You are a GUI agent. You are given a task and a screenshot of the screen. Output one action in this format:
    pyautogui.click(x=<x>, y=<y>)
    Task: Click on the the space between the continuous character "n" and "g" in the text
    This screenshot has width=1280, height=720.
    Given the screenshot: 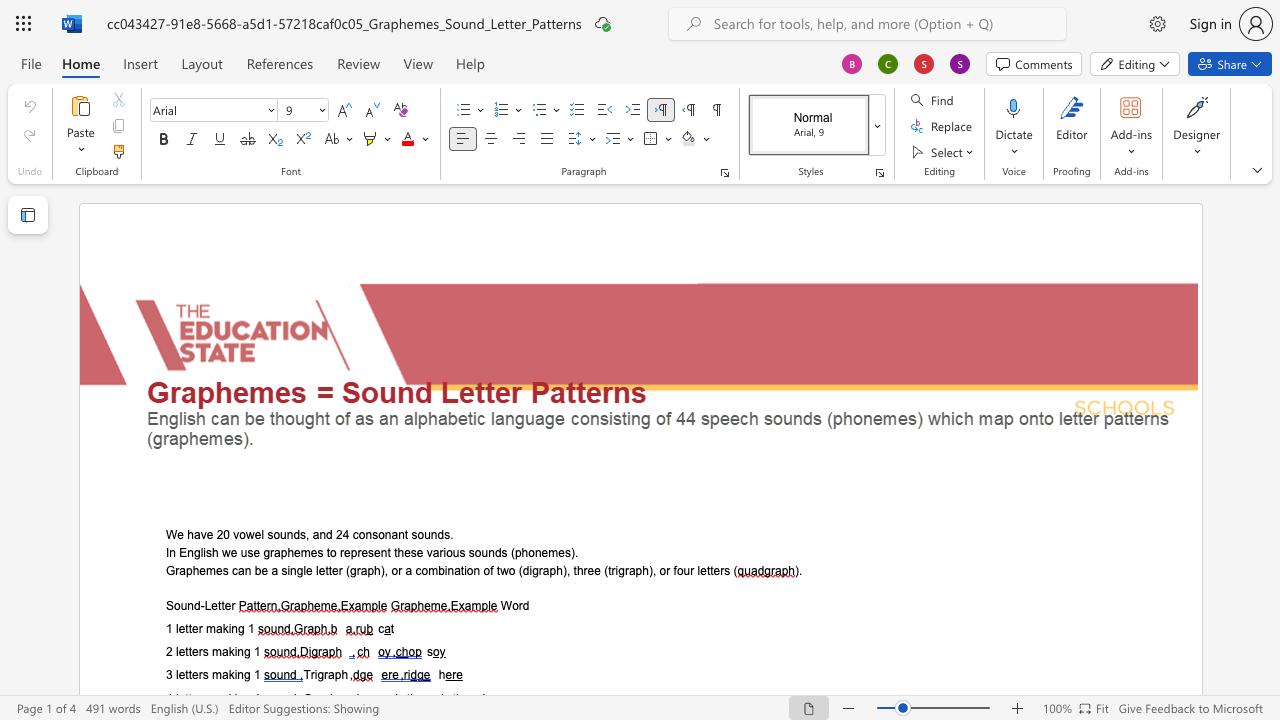 What is the action you would take?
    pyautogui.click(x=242, y=652)
    